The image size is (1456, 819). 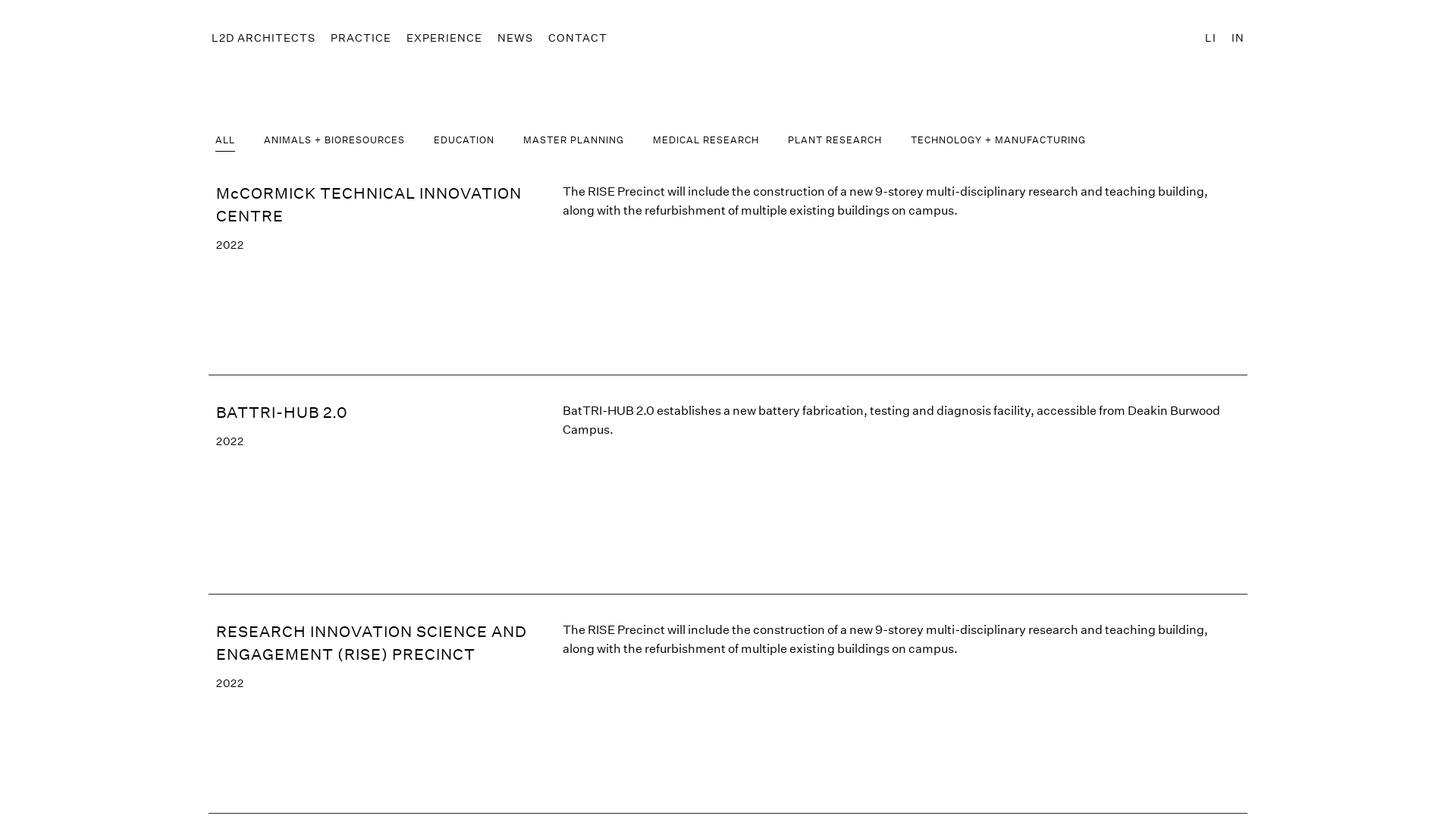 I want to click on 'L2D ARCHITECTS', so click(x=263, y=37).